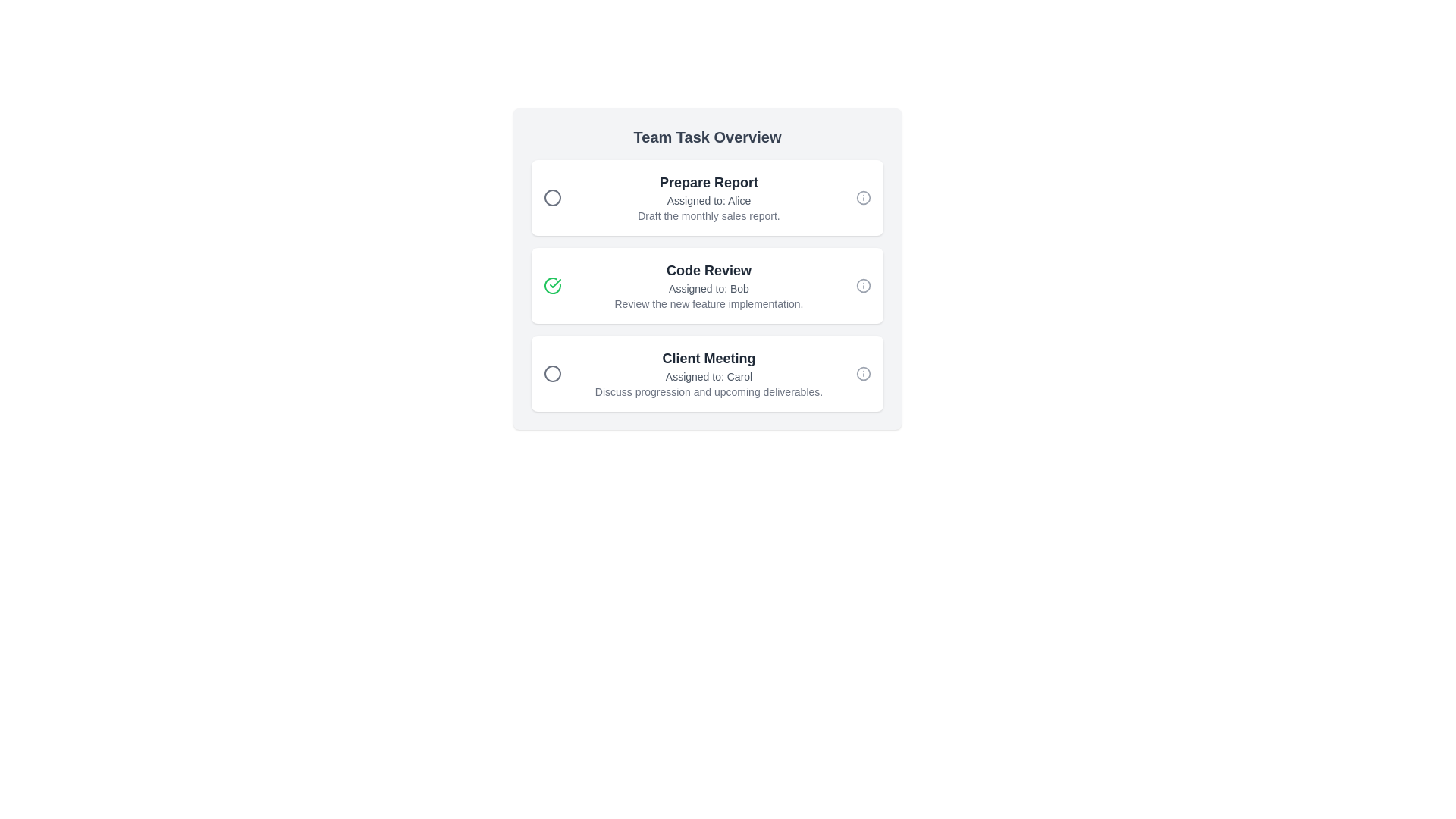 The width and height of the screenshot is (1456, 819). What do you see at coordinates (708, 181) in the screenshot?
I see `the 'Prepare Report' text label, which is displayed in a bold font and is dark gray in color, located at the top line of the first task entry in the task list` at bounding box center [708, 181].